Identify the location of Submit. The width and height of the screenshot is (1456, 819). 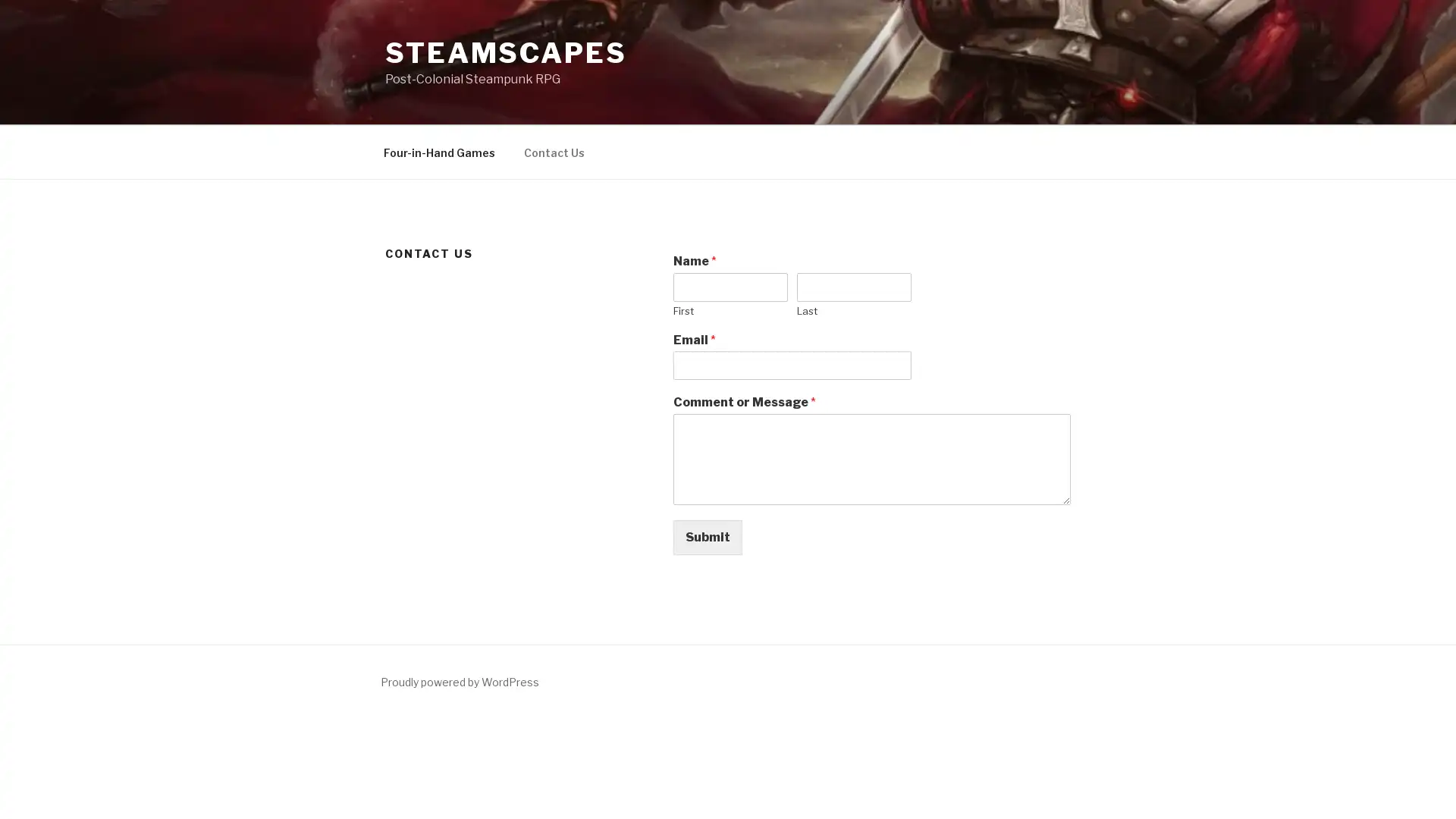
(706, 537).